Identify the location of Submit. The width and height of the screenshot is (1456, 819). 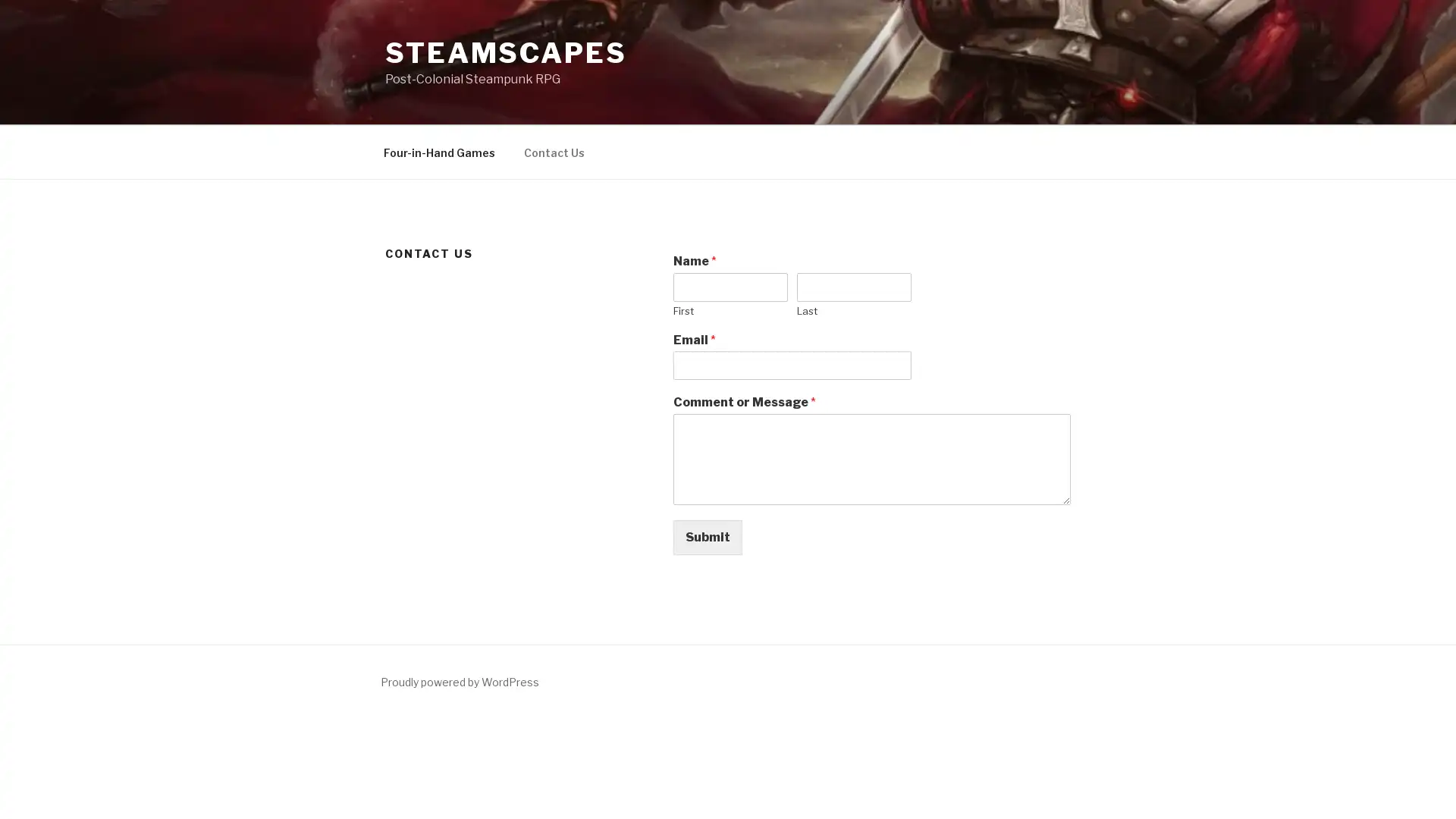
(706, 537).